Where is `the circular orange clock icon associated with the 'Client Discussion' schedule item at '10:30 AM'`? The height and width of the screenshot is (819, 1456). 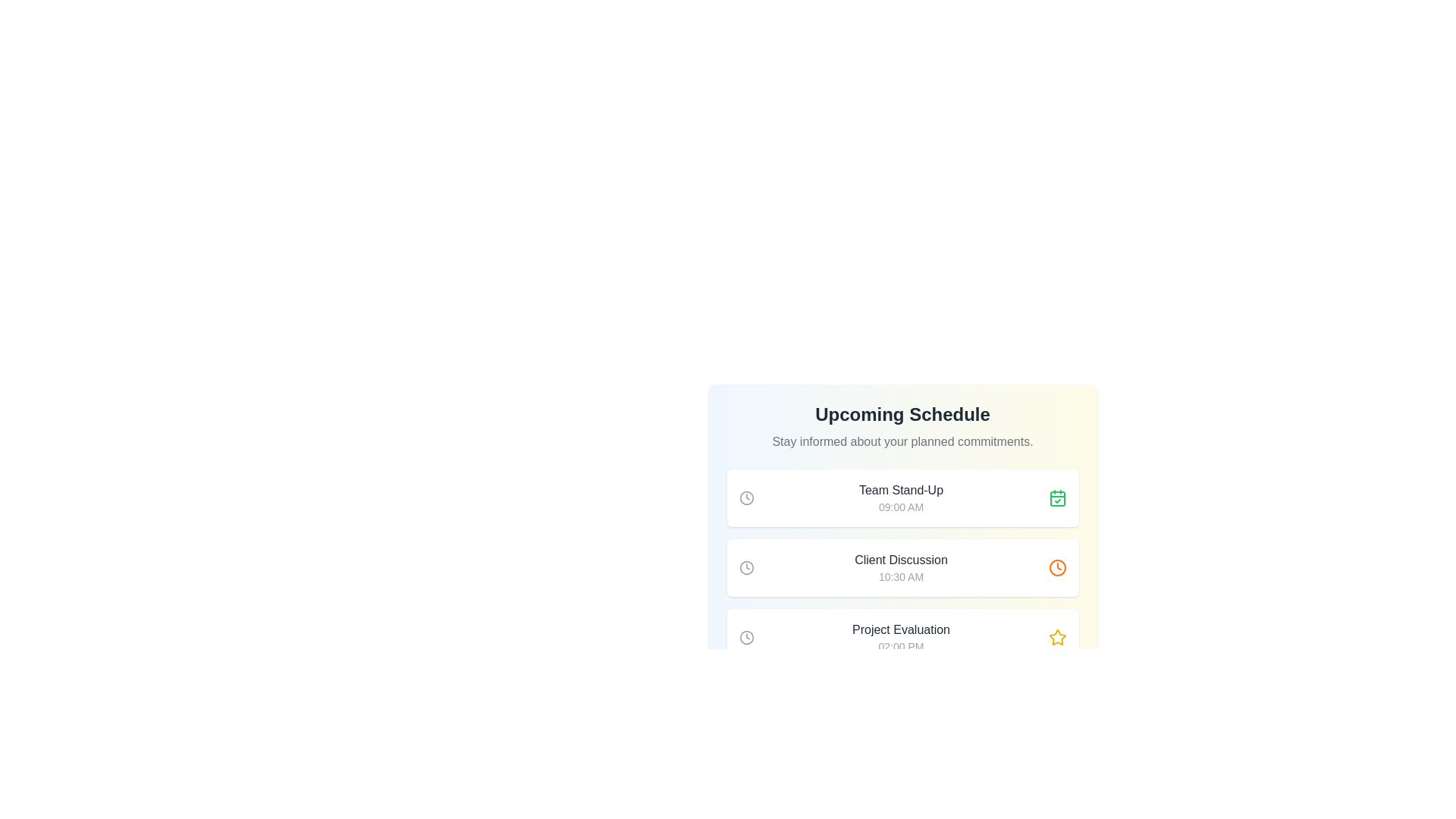 the circular orange clock icon associated with the 'Client Discussion' schedule item at '10:30 AM' is located at coordinates (1056, 567).